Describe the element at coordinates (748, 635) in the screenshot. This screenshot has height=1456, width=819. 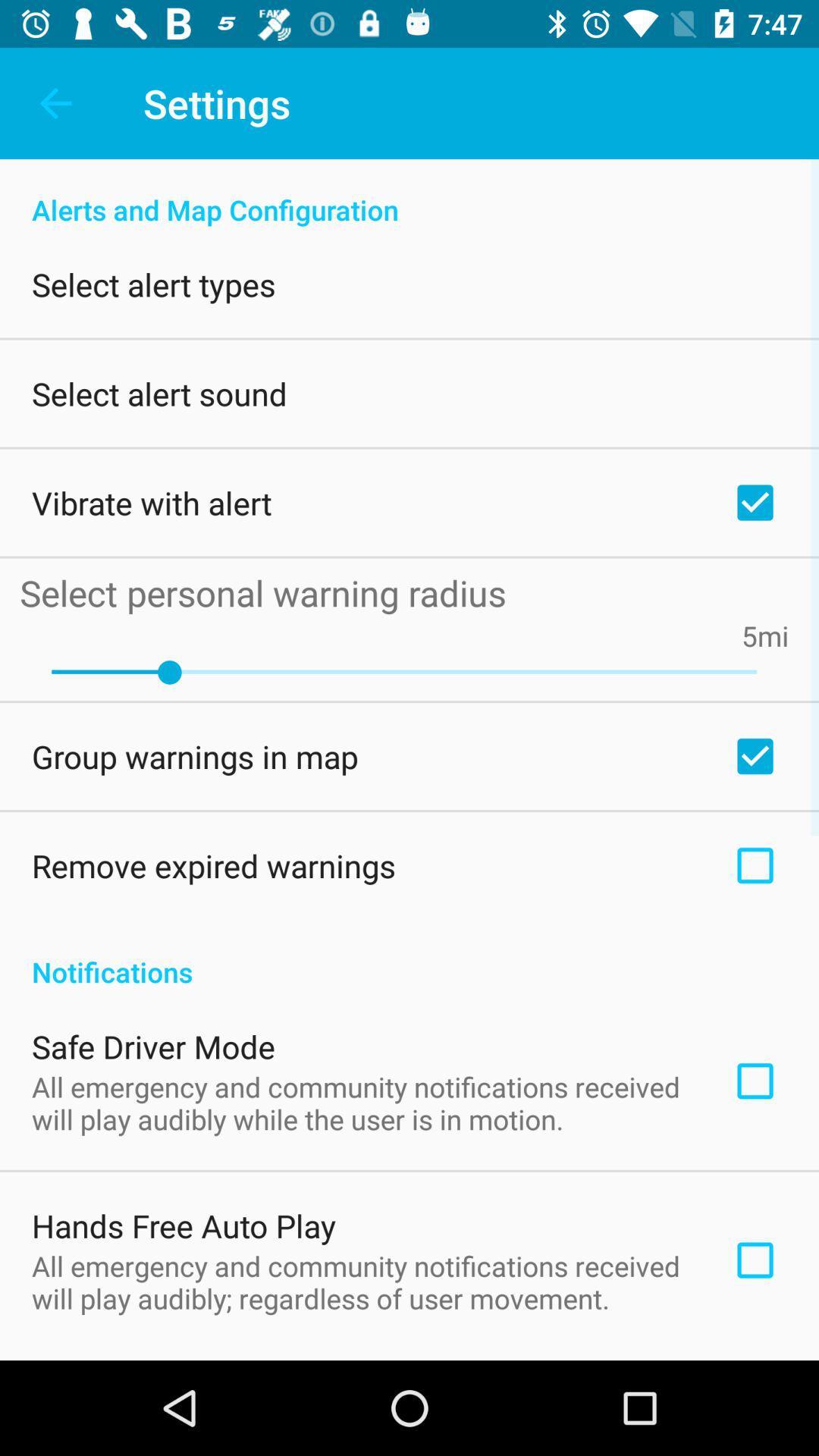
I see `the 5 item` at that location.